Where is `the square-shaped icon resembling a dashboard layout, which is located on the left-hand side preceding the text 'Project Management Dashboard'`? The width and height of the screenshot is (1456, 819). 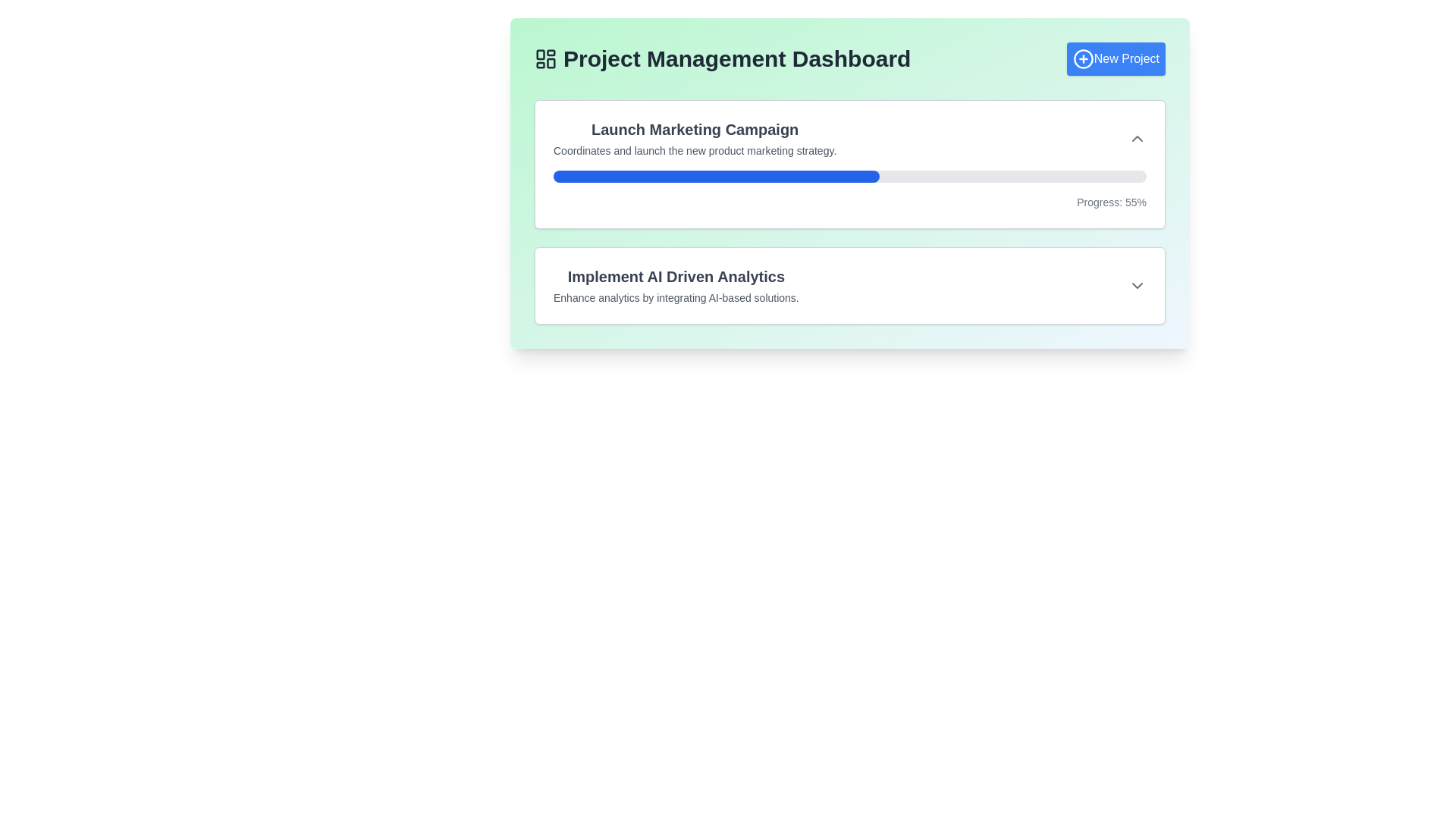 the square-shaped icon resembling a dashboard layout, which is located on the left-hand side preceding the text 'Project Management Dashboard' is located at coordinates (546, 58).